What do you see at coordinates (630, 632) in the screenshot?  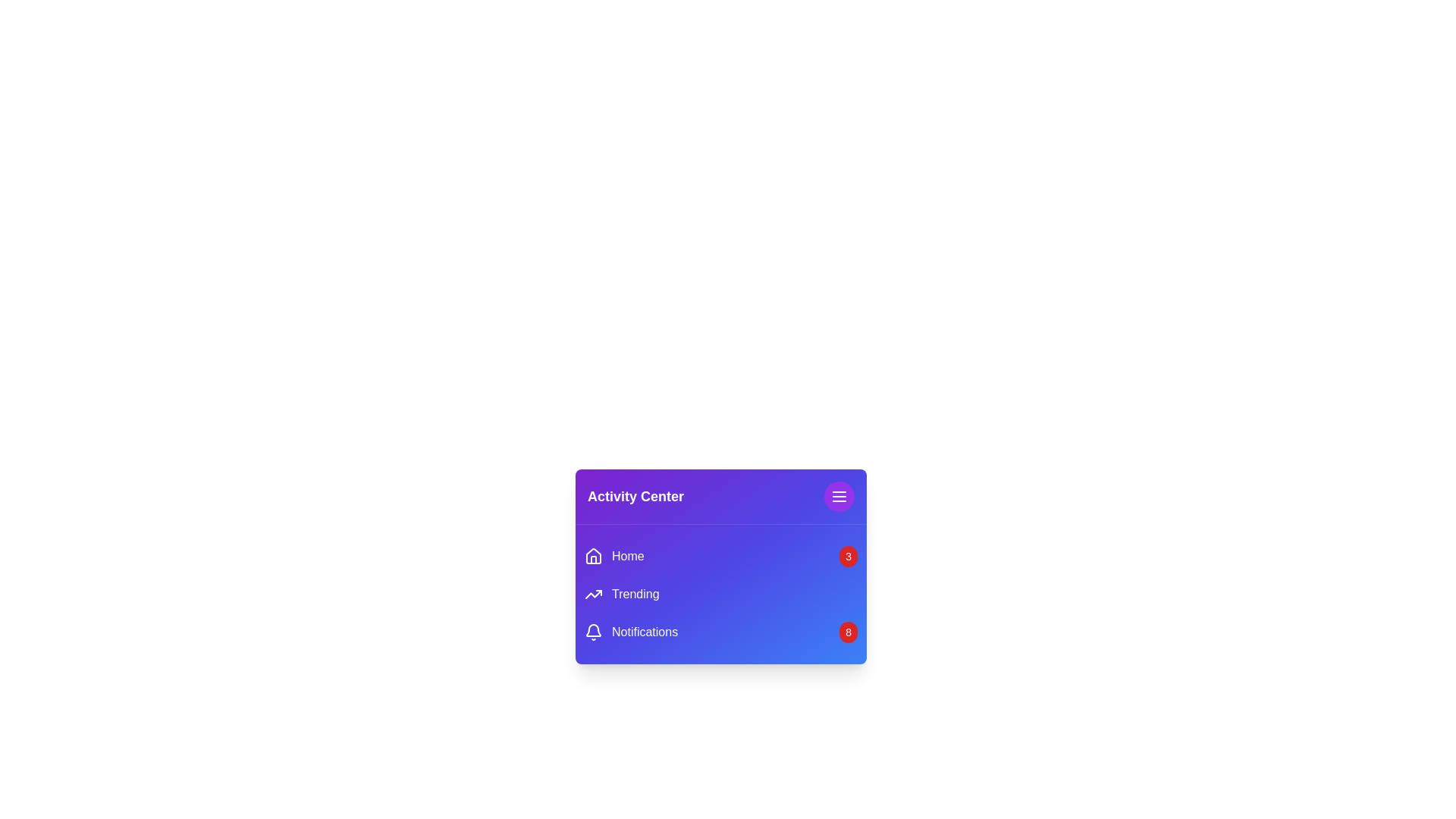 I see `the menu item Notifications by clicking on it` at bounding box center [630, 632].